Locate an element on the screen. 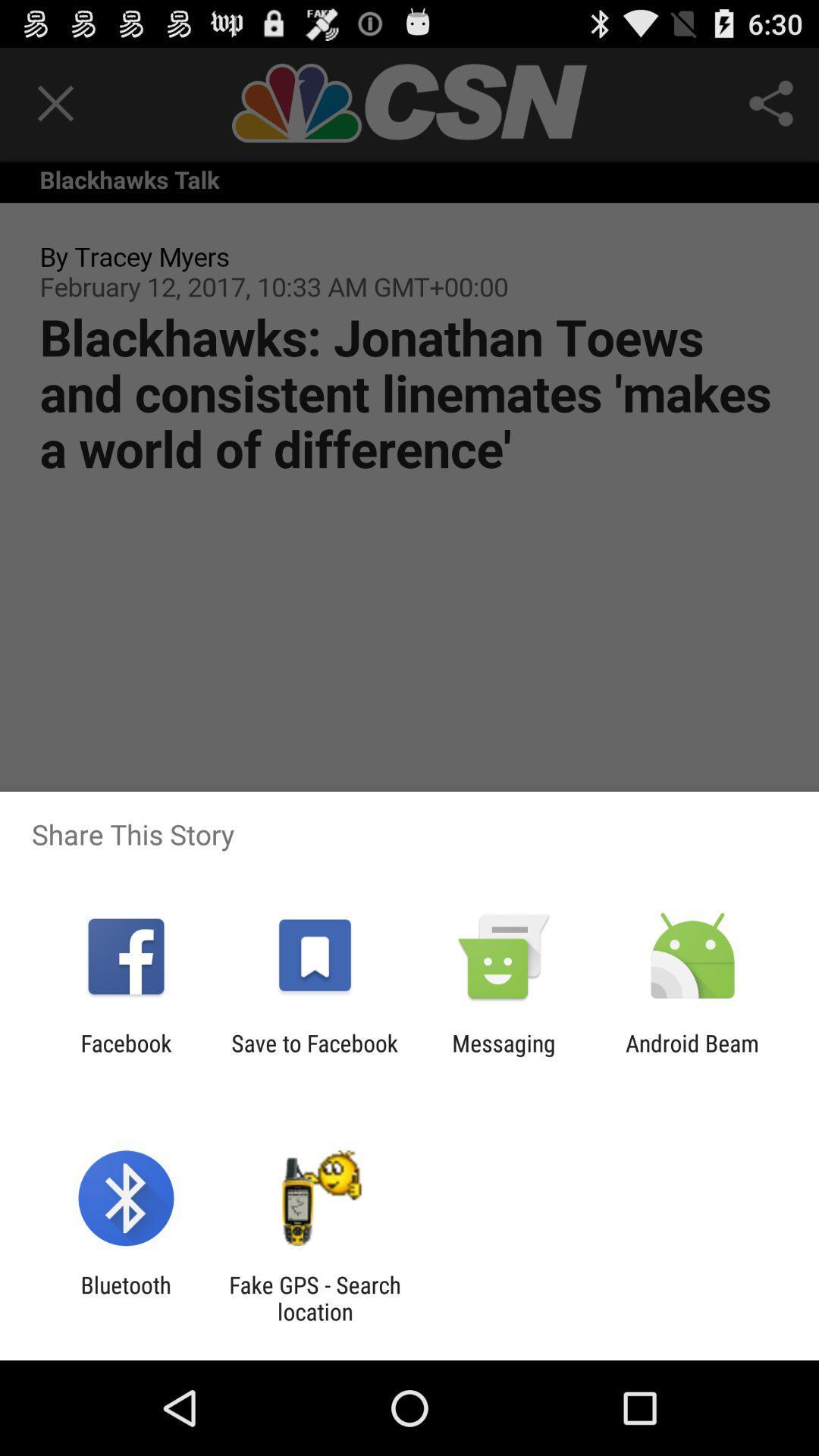 This screenshot has width=819, height=1456. app to the right of the facebook is located at coordinates (314, 1056).